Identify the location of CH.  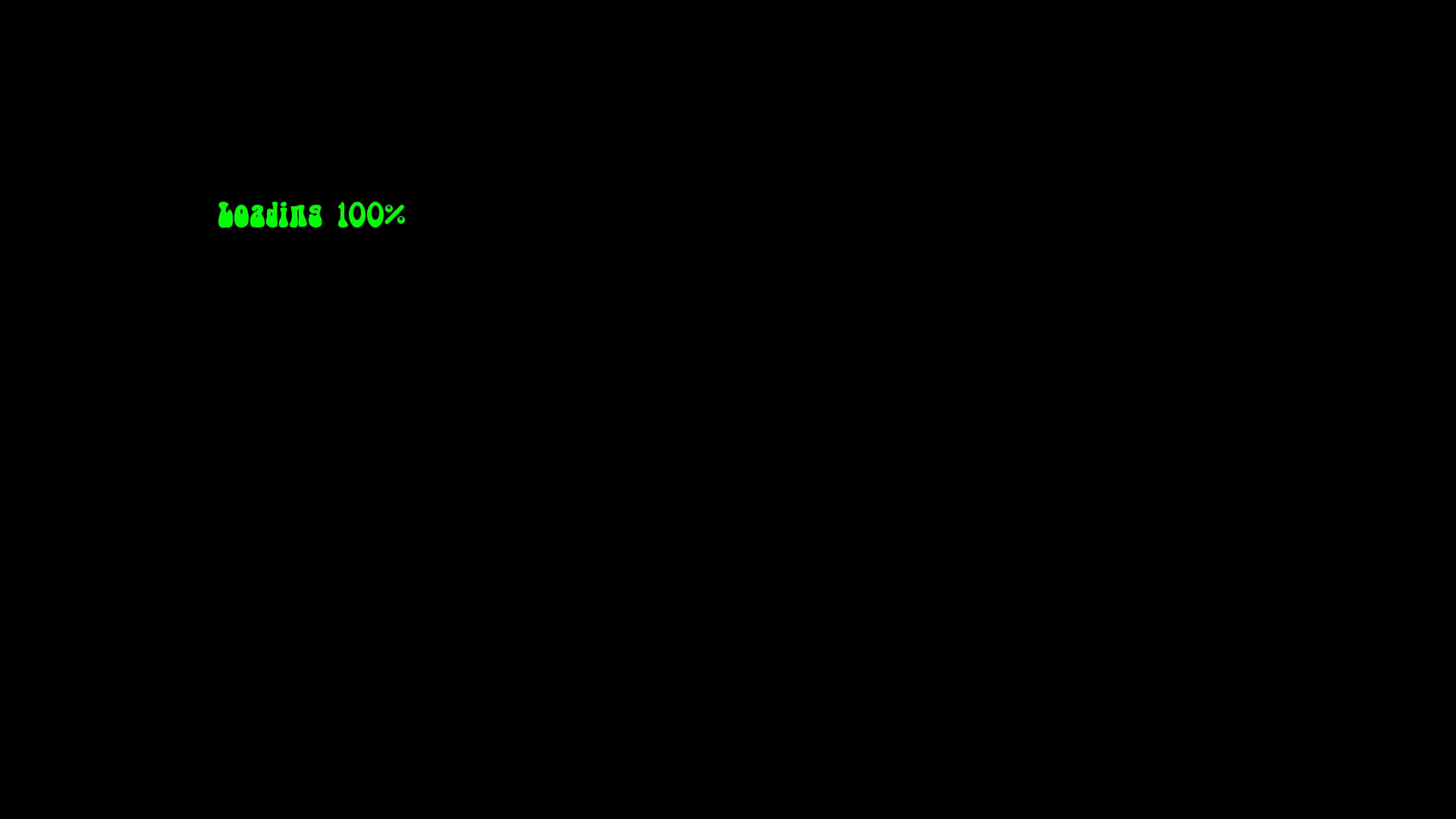
(501, 253).